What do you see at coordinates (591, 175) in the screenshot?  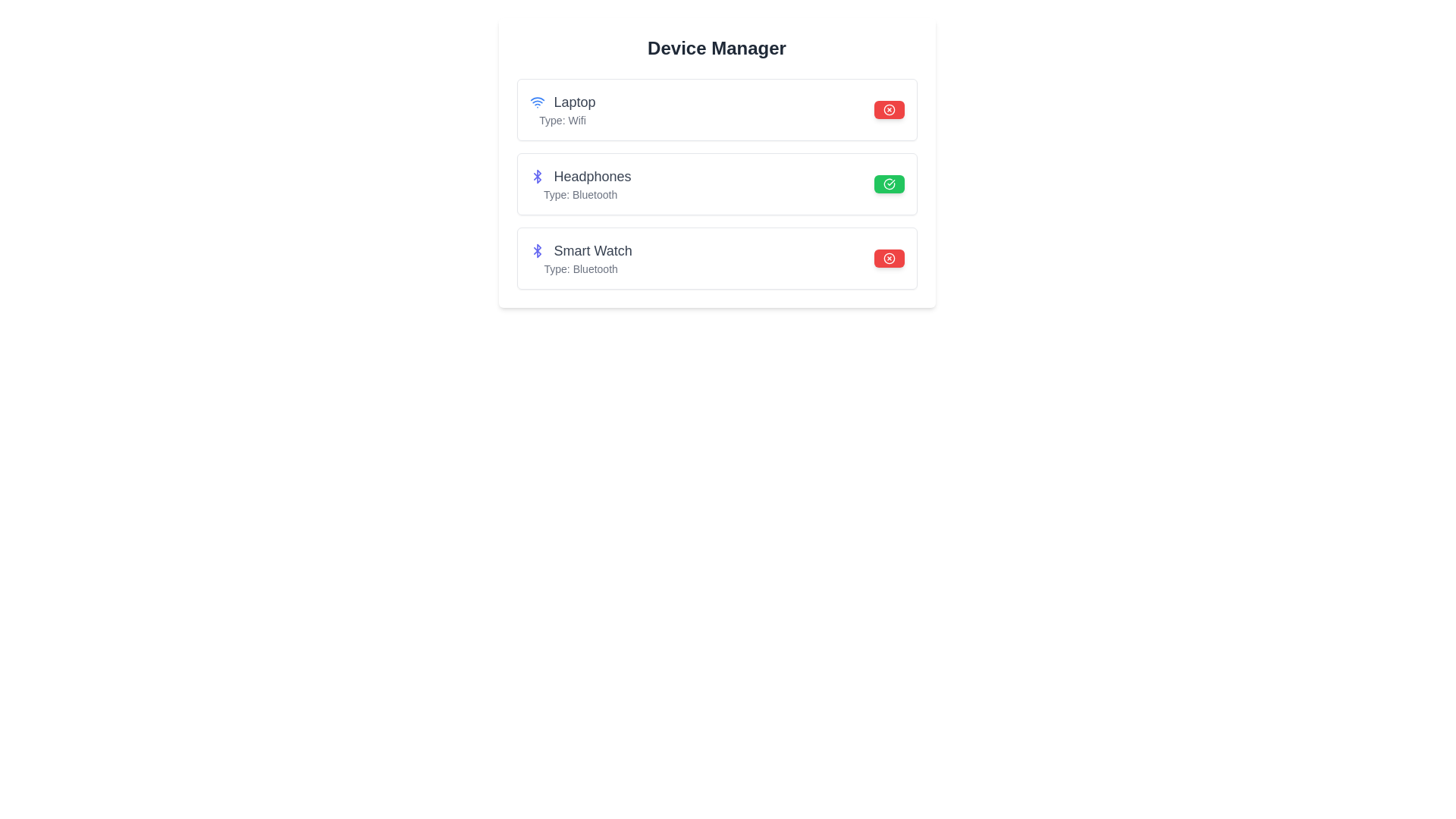 I see `the 'Headphones' text label in the Device Manager section, located in the second row of the connected devices list` at bounding box center [591, 175].